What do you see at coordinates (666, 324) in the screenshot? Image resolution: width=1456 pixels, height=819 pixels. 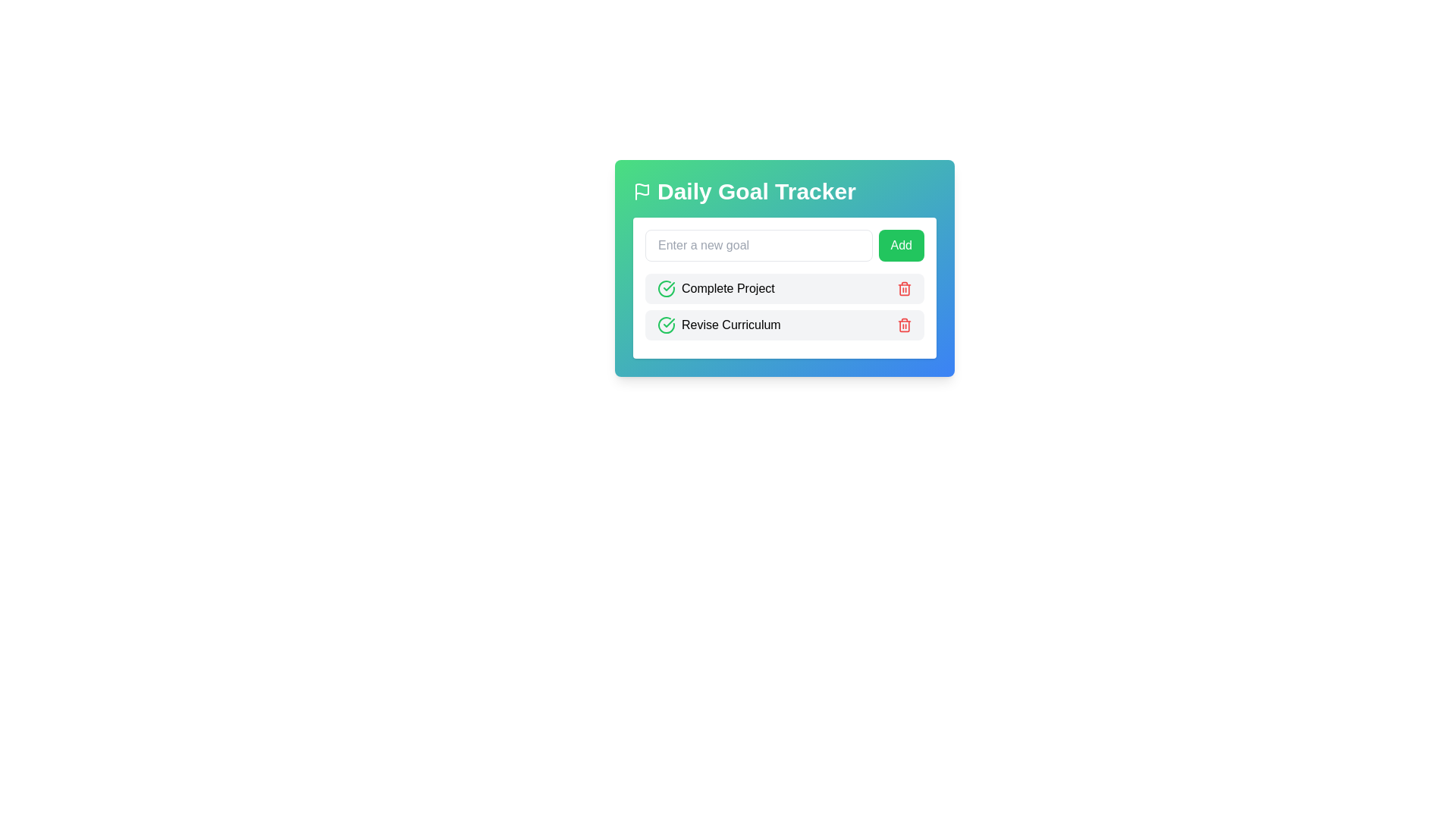 I see `the green circular icon with a checkmark, located to the left of the 'Revise Curriculum' text in the 'Daily Goal Tracker' interface` at bounding box center [666, 324].